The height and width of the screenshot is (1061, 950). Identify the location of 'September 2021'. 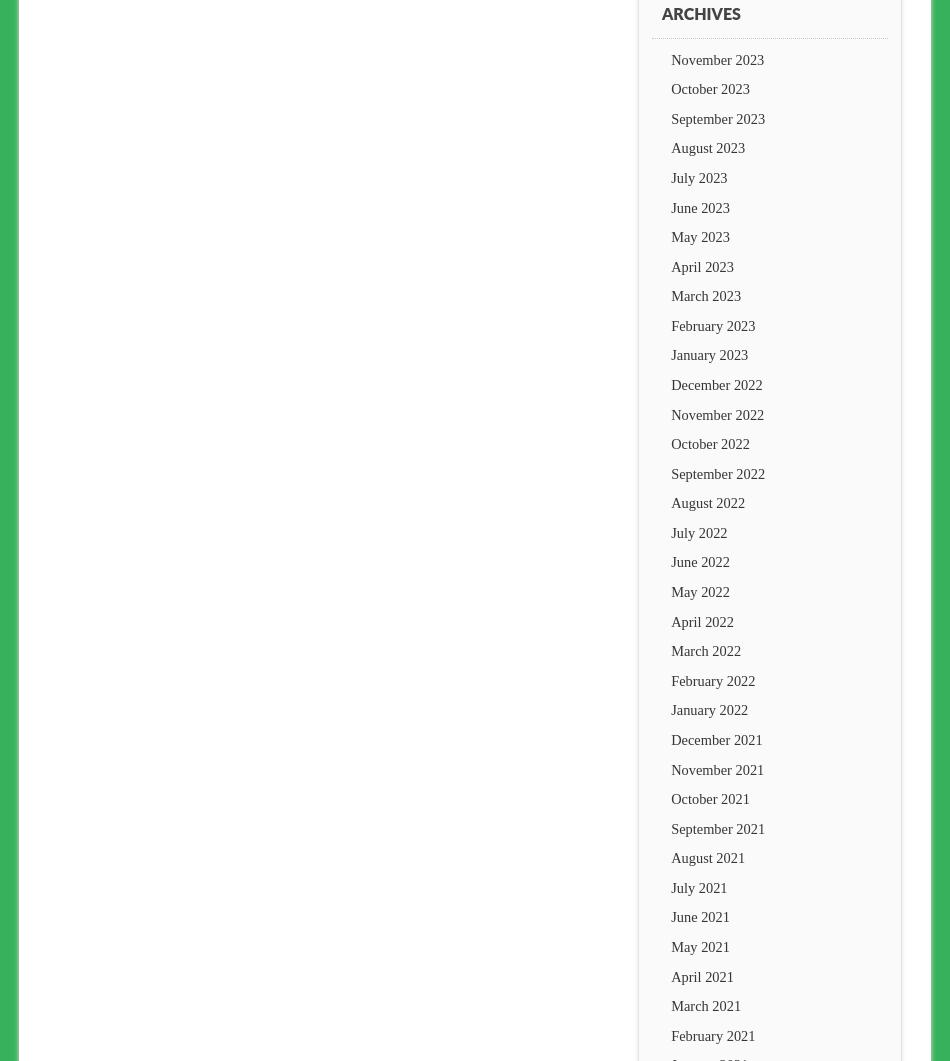
(717, 828).